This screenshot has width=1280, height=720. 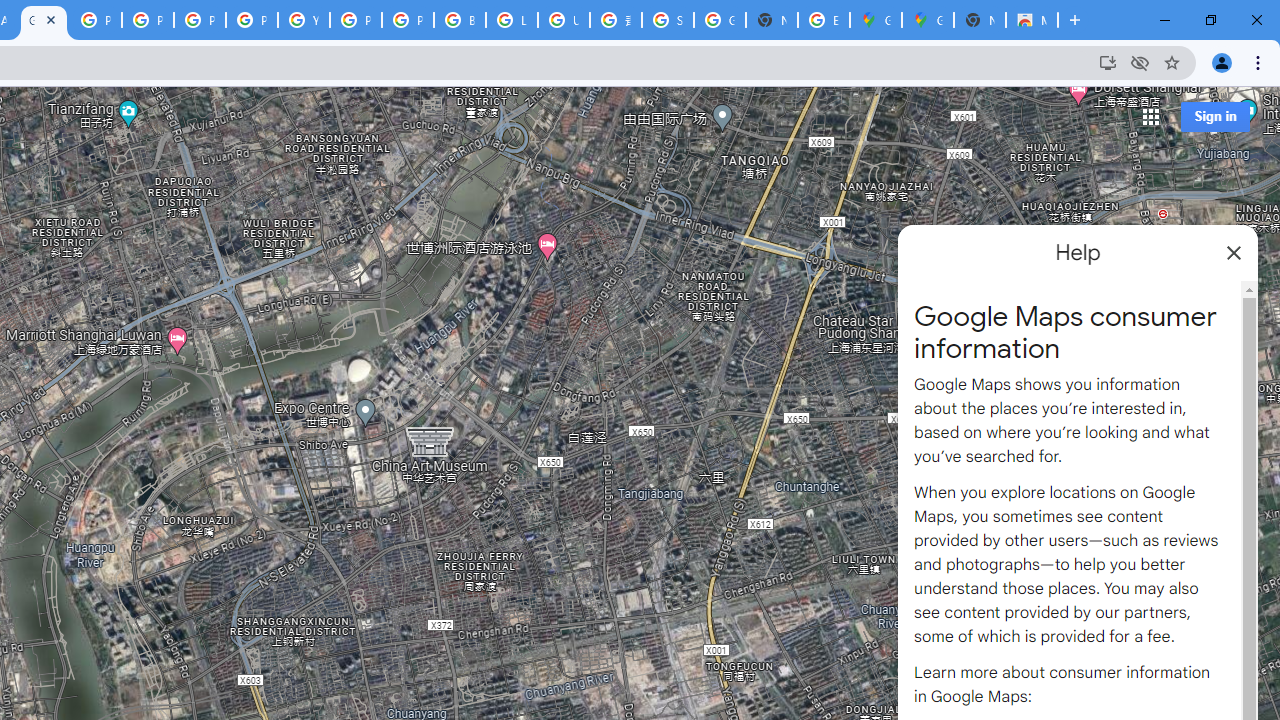 I want to click on 'Google Maps', so click(x=876, y=20).